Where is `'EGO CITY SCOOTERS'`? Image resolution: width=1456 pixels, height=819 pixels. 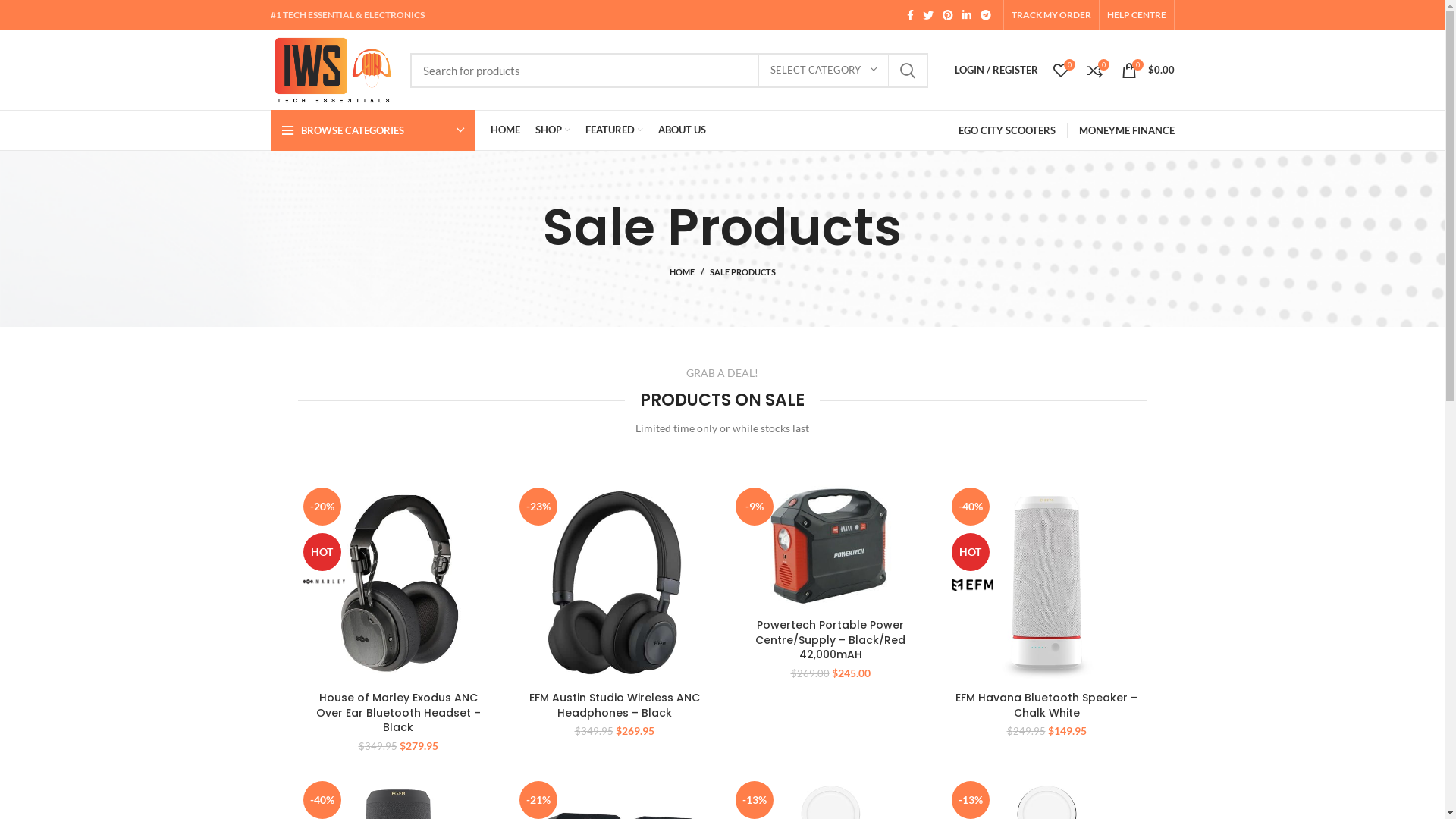
'EGO CITY SCOOTERS' is located at coordinates (1007, 130).